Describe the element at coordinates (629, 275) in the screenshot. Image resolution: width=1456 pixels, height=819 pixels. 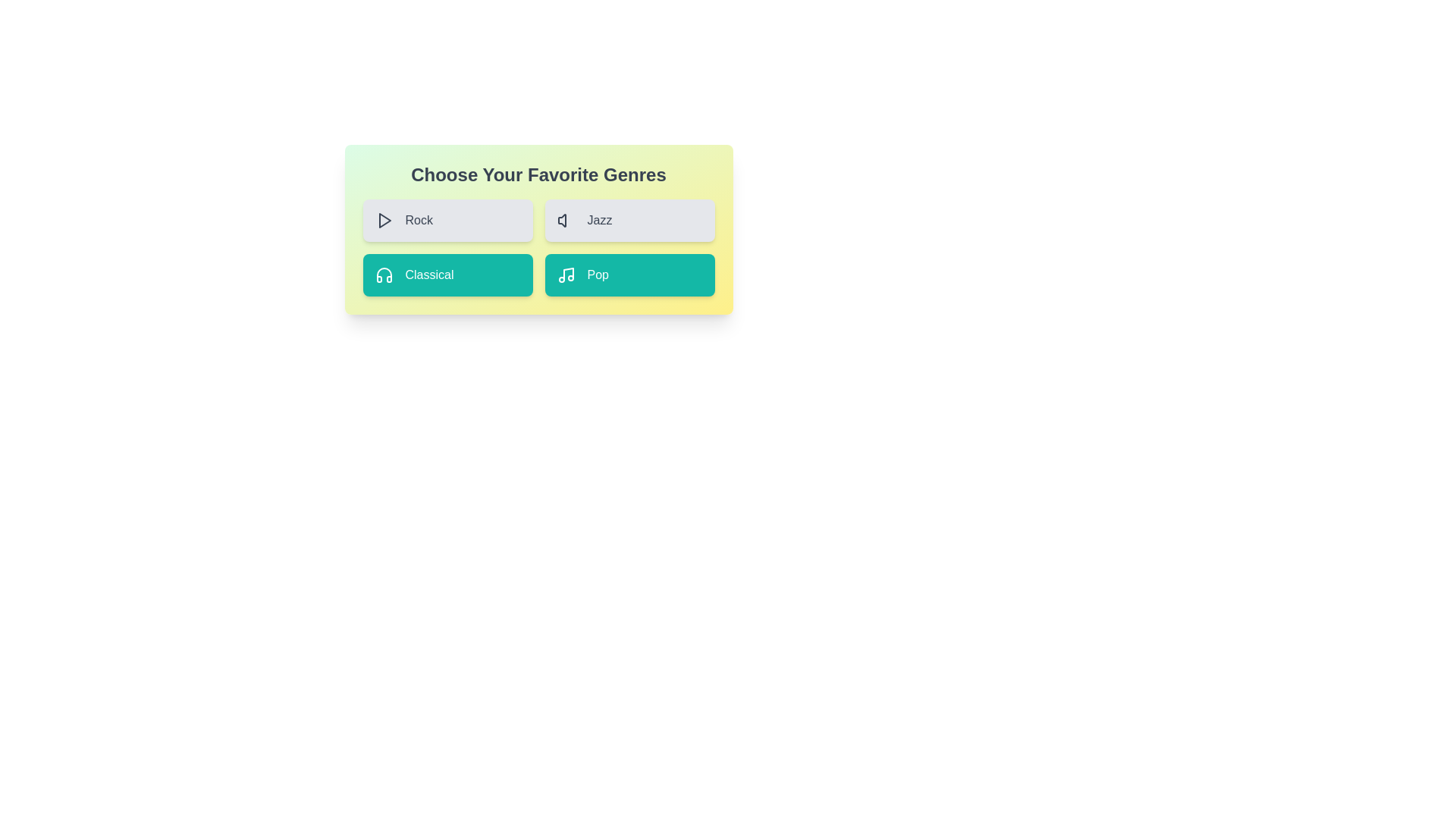
I see `the genre button labeled Pop` at that location.